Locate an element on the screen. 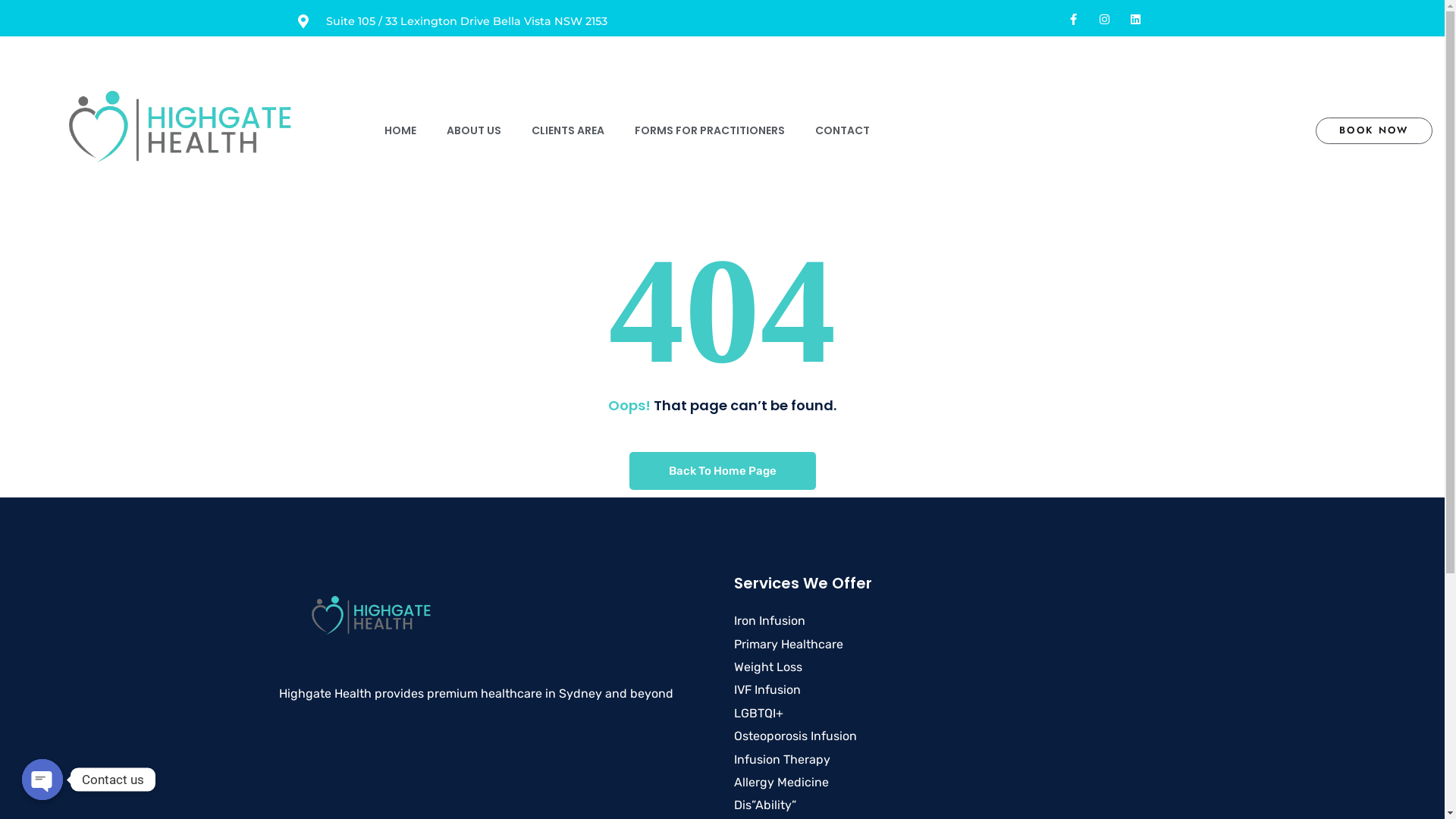  'Iron Infusion' is located at coordinates (769, 620).